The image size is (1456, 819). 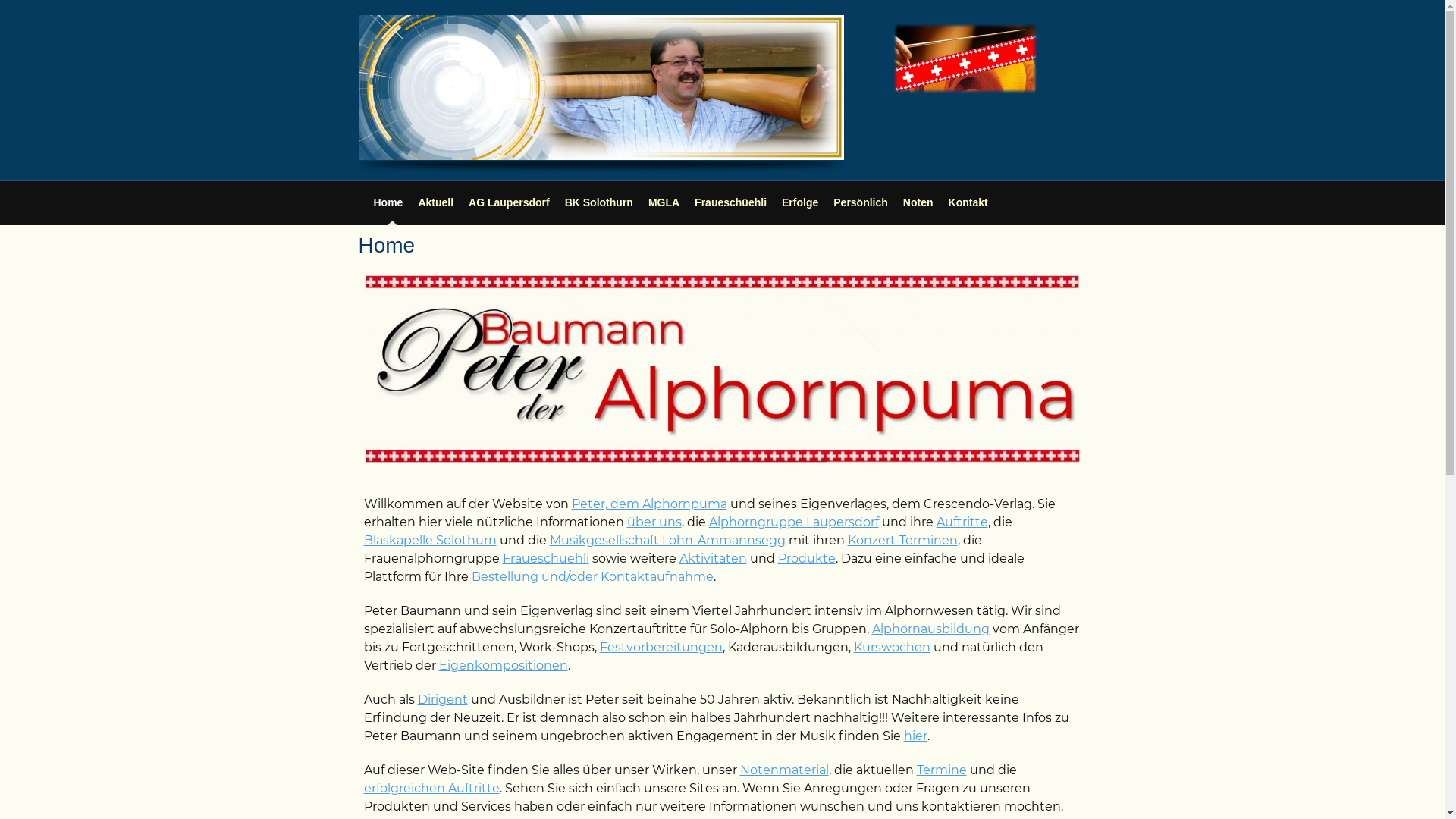 What do you see at coordinates (649, 504) in the screenshot?
I see `'Peter, dem Alphornpuma'` at bounding box center [649, 504].